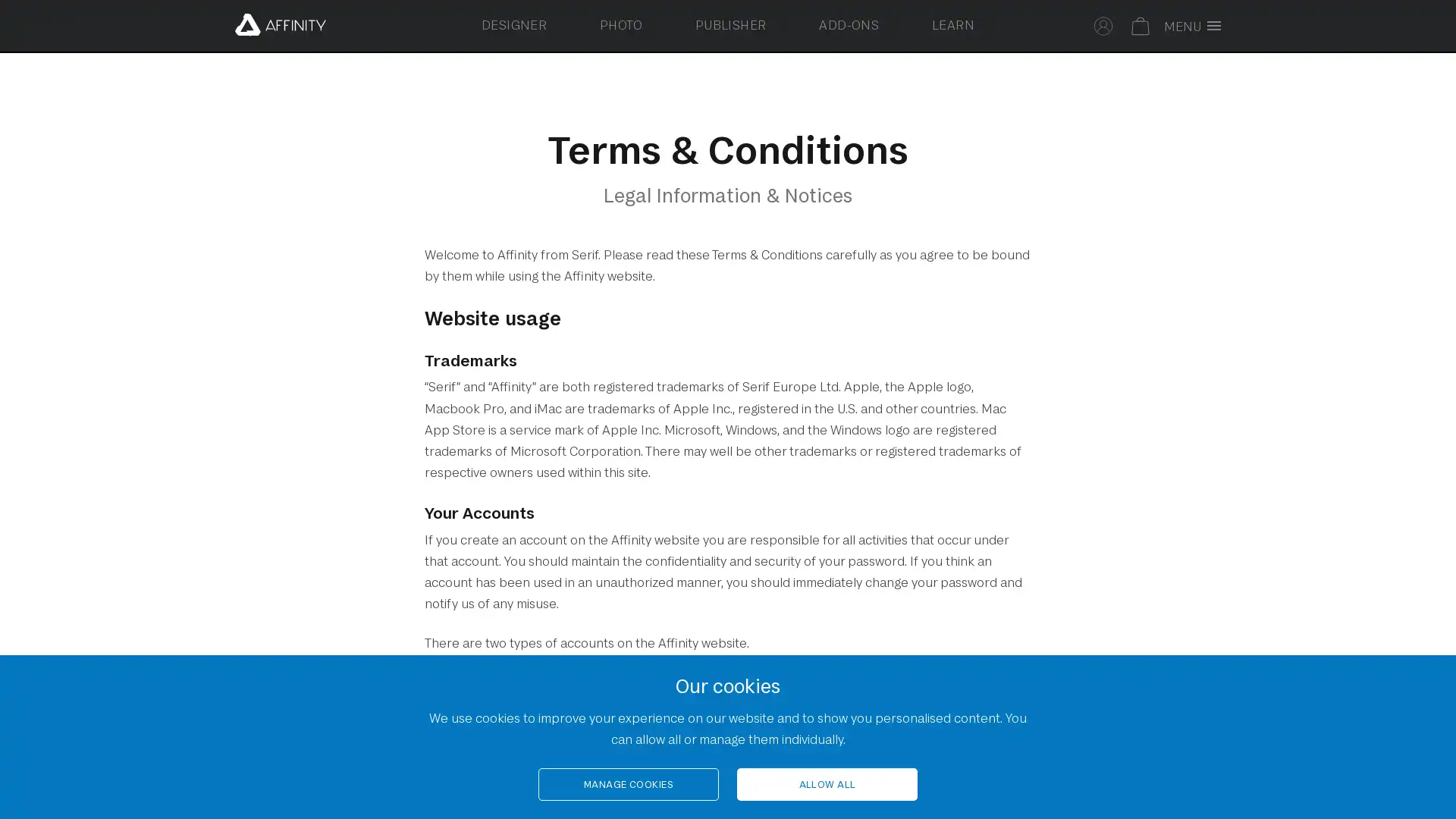 The height and width of the screenshot is (819, 1456). I want to click on Toggle full screen menu, so click(1196, 26).